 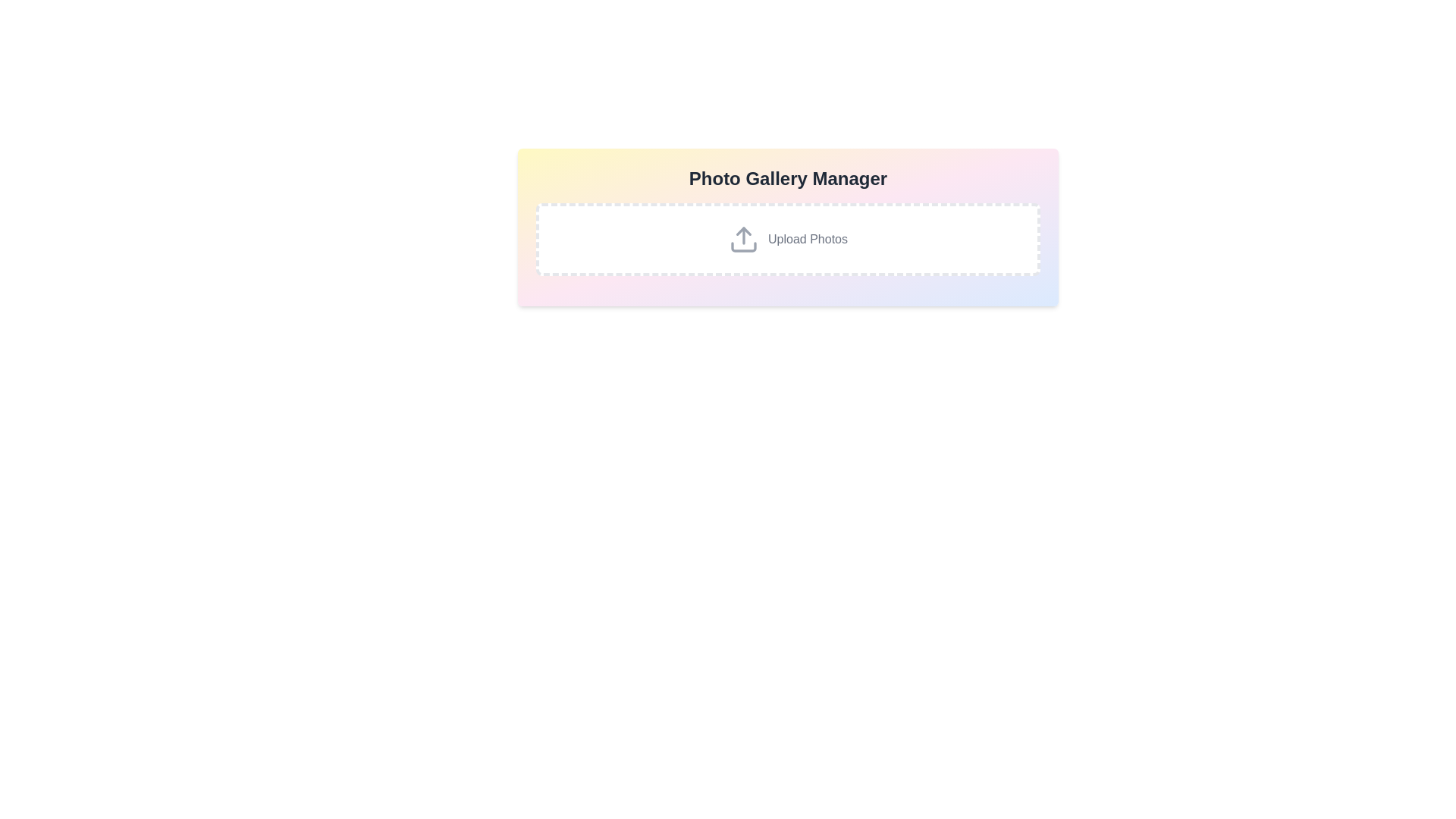 I want to click on the upward-pointing arrow icon with a thin outline and soft gray color scheme, located to the left of the 'Upload Photos' text, so click(x=743, y=239).